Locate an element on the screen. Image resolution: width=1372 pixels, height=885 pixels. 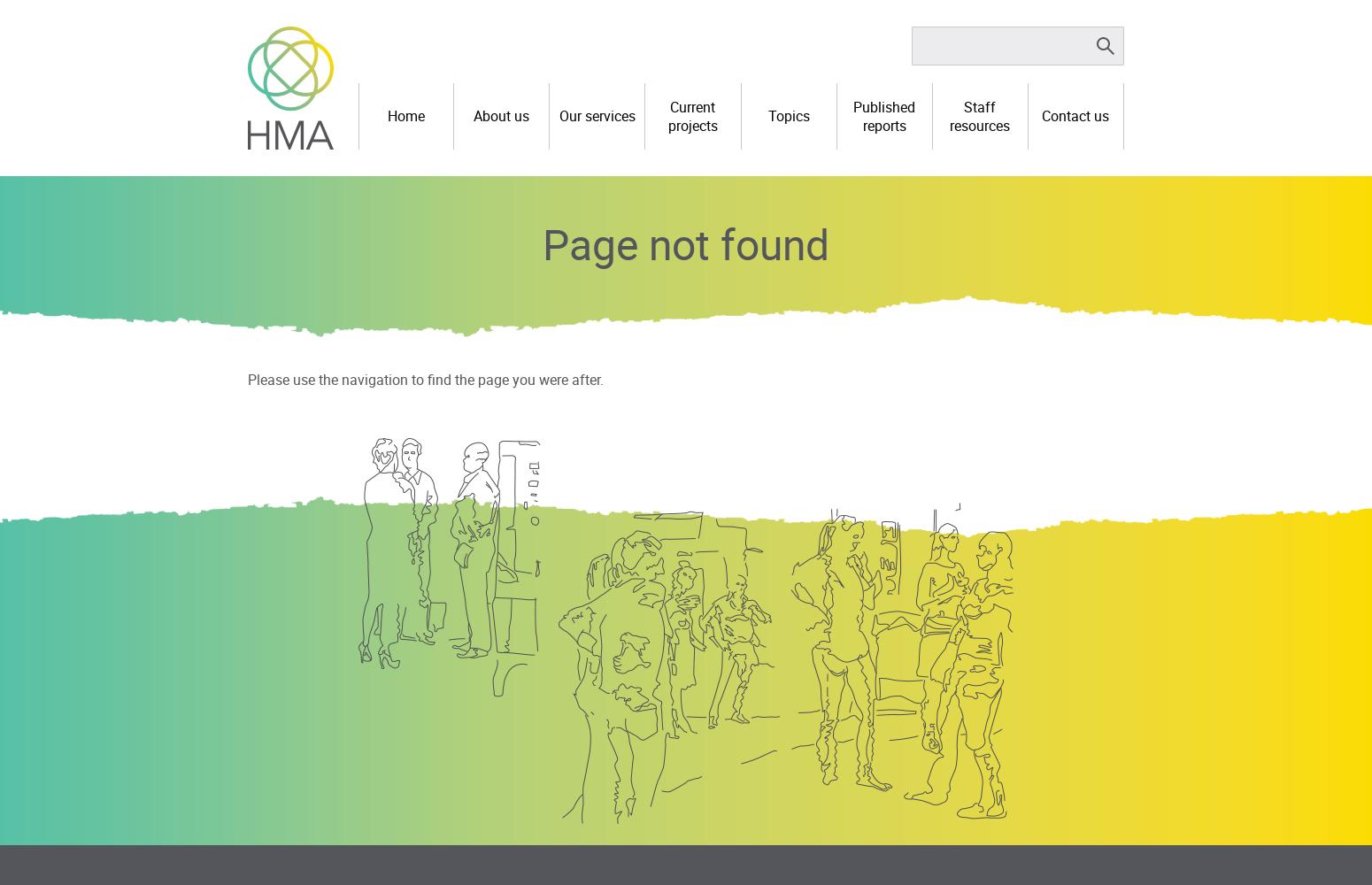
'Contact us' is located at coordinates (1075, 116).